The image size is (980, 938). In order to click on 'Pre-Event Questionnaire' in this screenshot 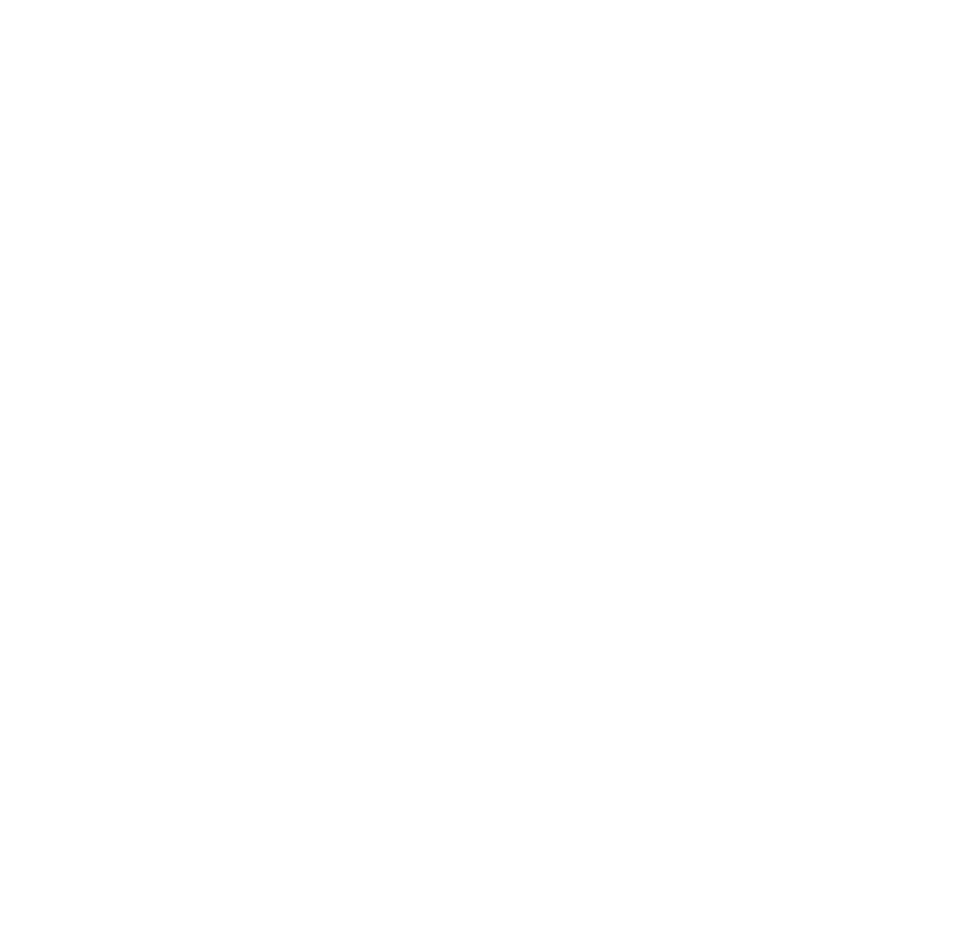, I will do `click(748, 731)`.